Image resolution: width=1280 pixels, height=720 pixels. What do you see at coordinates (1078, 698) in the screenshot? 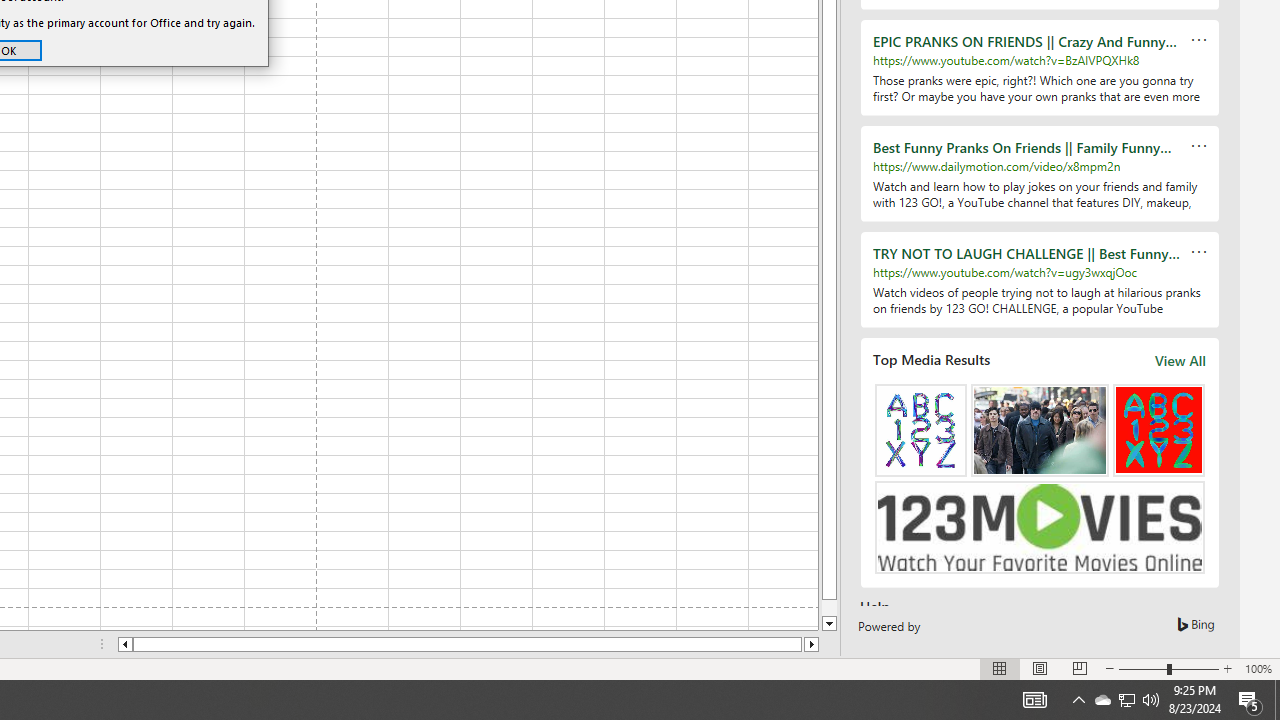
I see `'Notification Chevron'` at bounding box center [1078, 698].